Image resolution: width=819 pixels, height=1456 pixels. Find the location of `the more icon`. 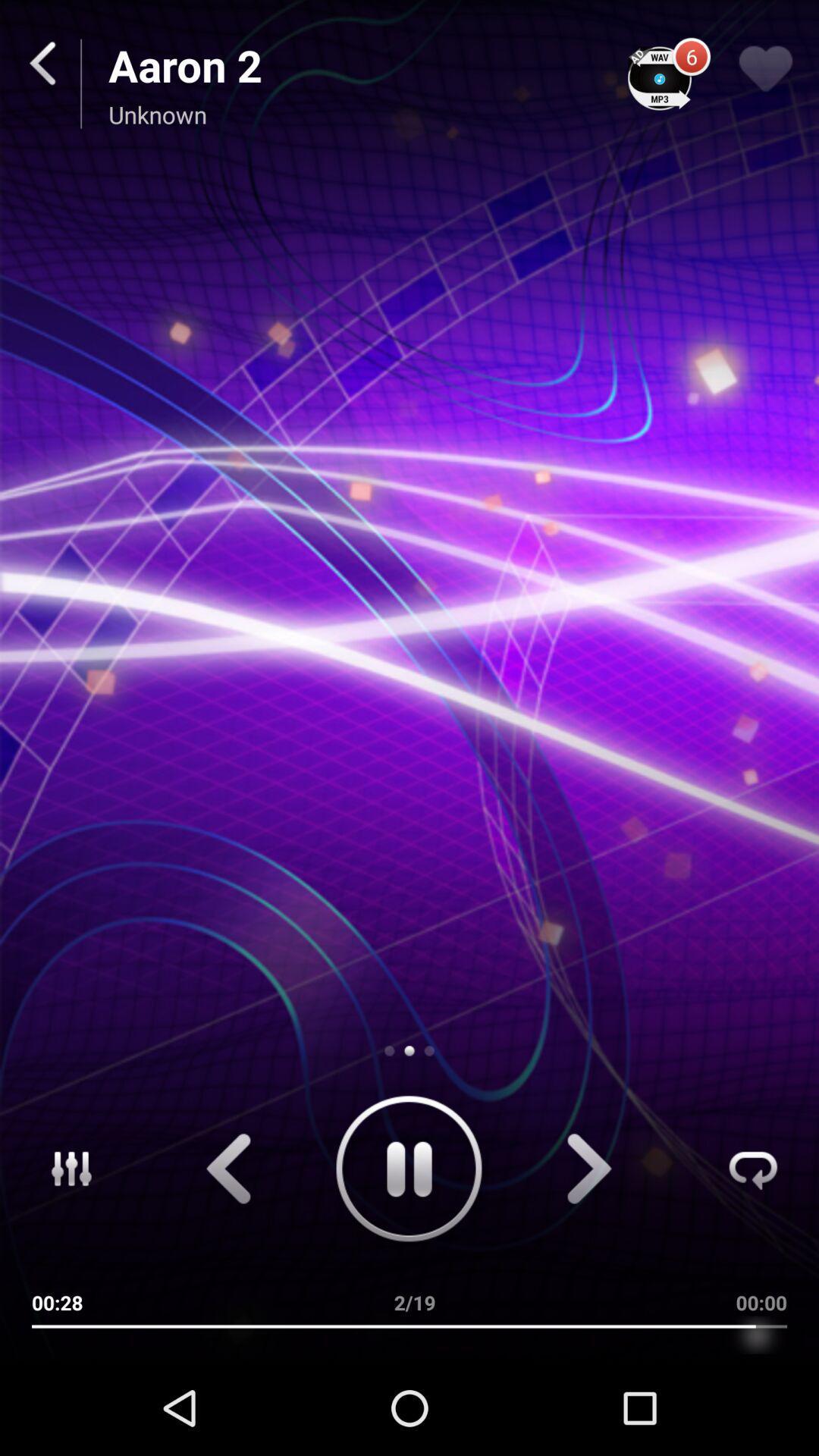

the more icon is located at coordinates (58, 1255).